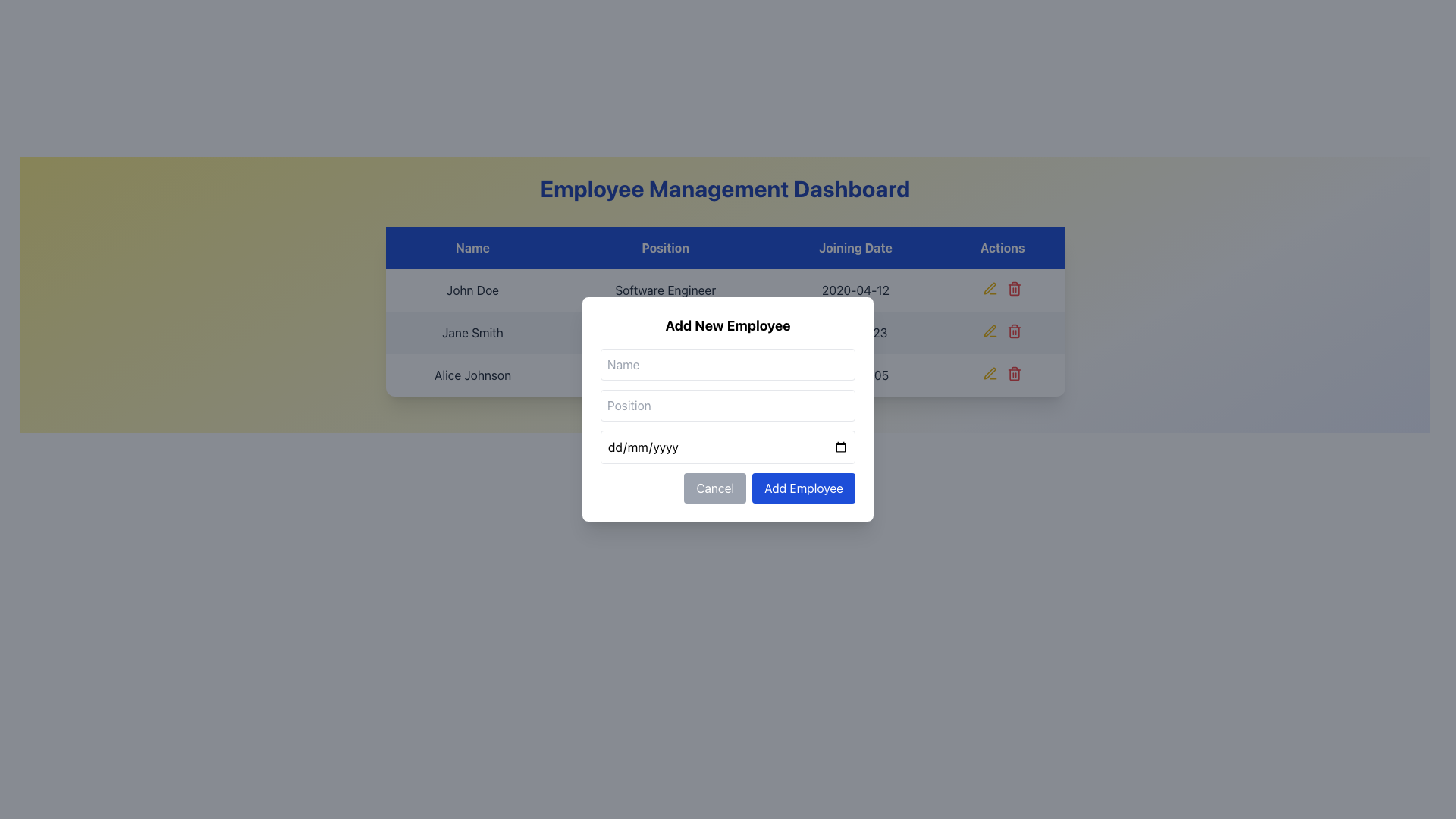  Describe the element at coordinates (472, 247) in the screenshot. I see `text label that serves as the column header for names, located at the top left of the table layout` at that location.